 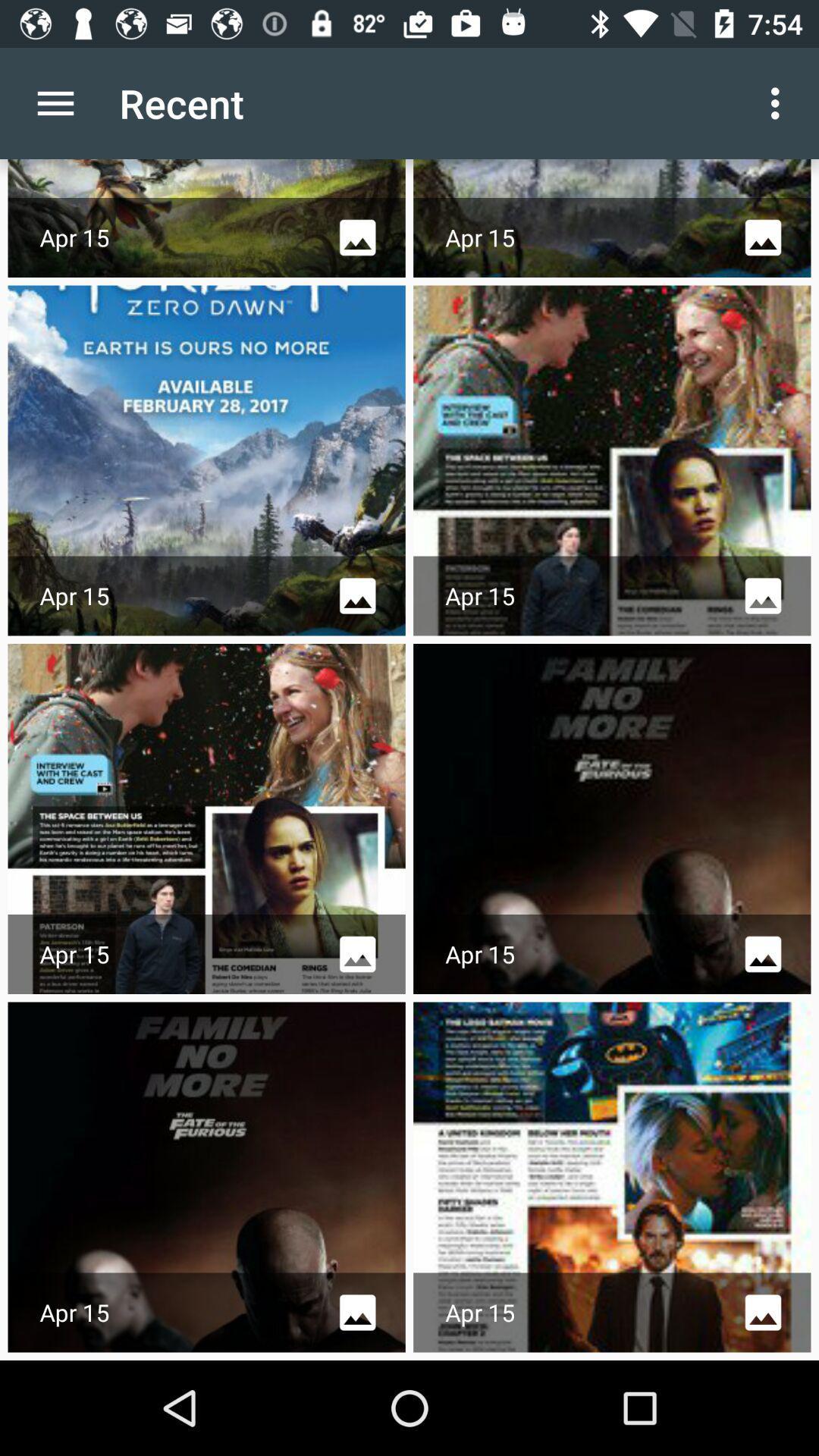 I want to click on the box in the bottom right corner, so click(x=611, y=1177).